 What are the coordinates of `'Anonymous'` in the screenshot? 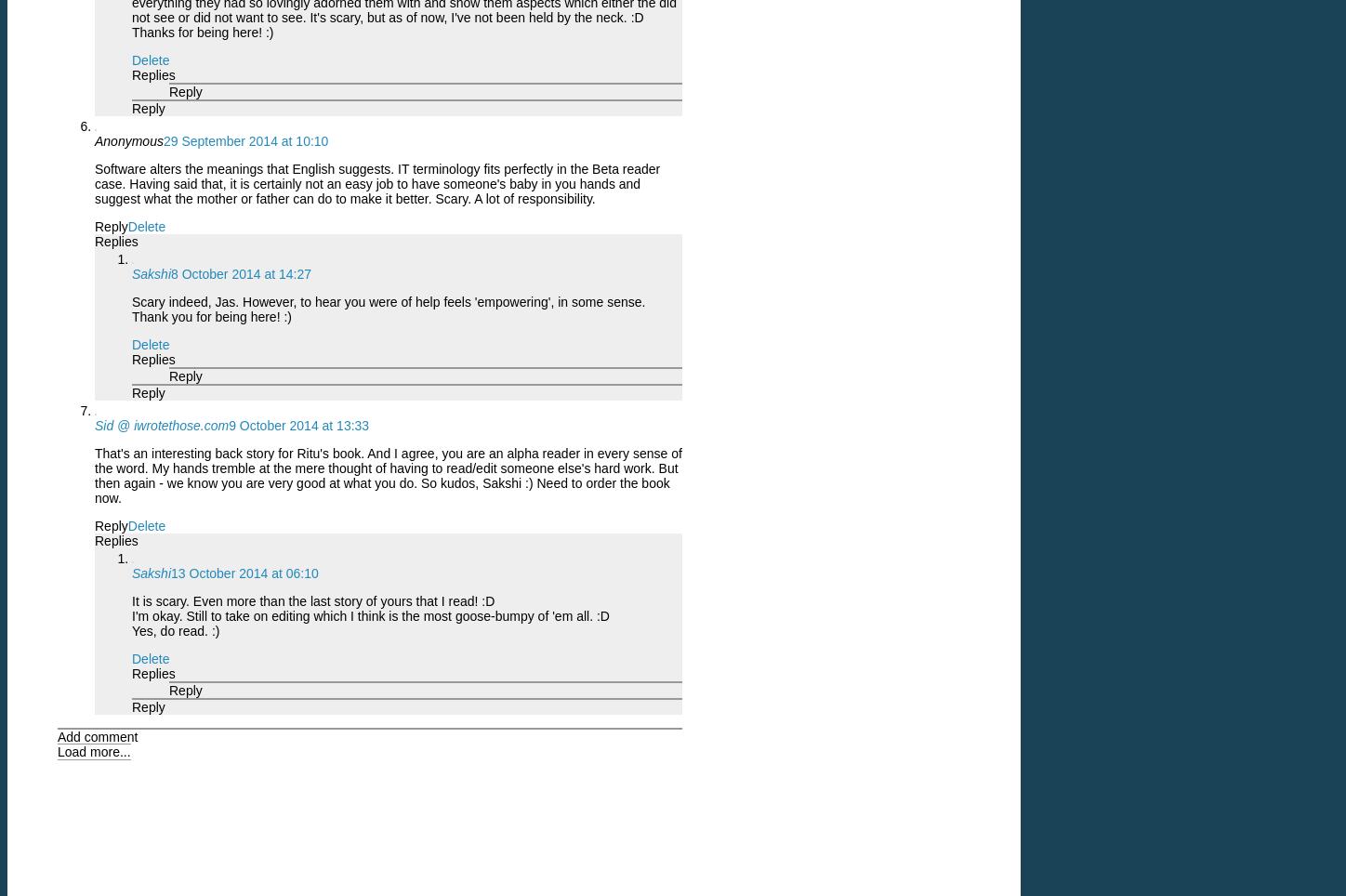 It's located at (127, 141).